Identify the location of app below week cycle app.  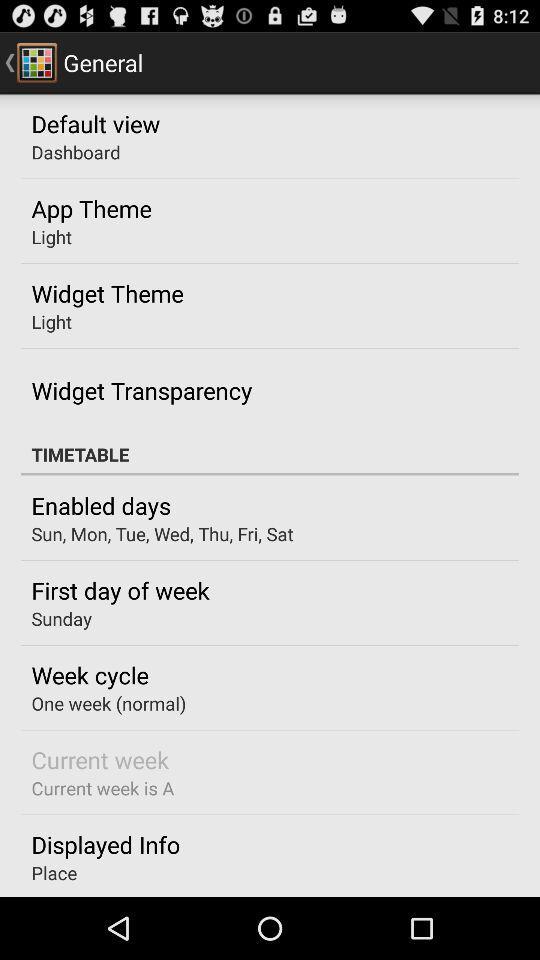
(108, 703).